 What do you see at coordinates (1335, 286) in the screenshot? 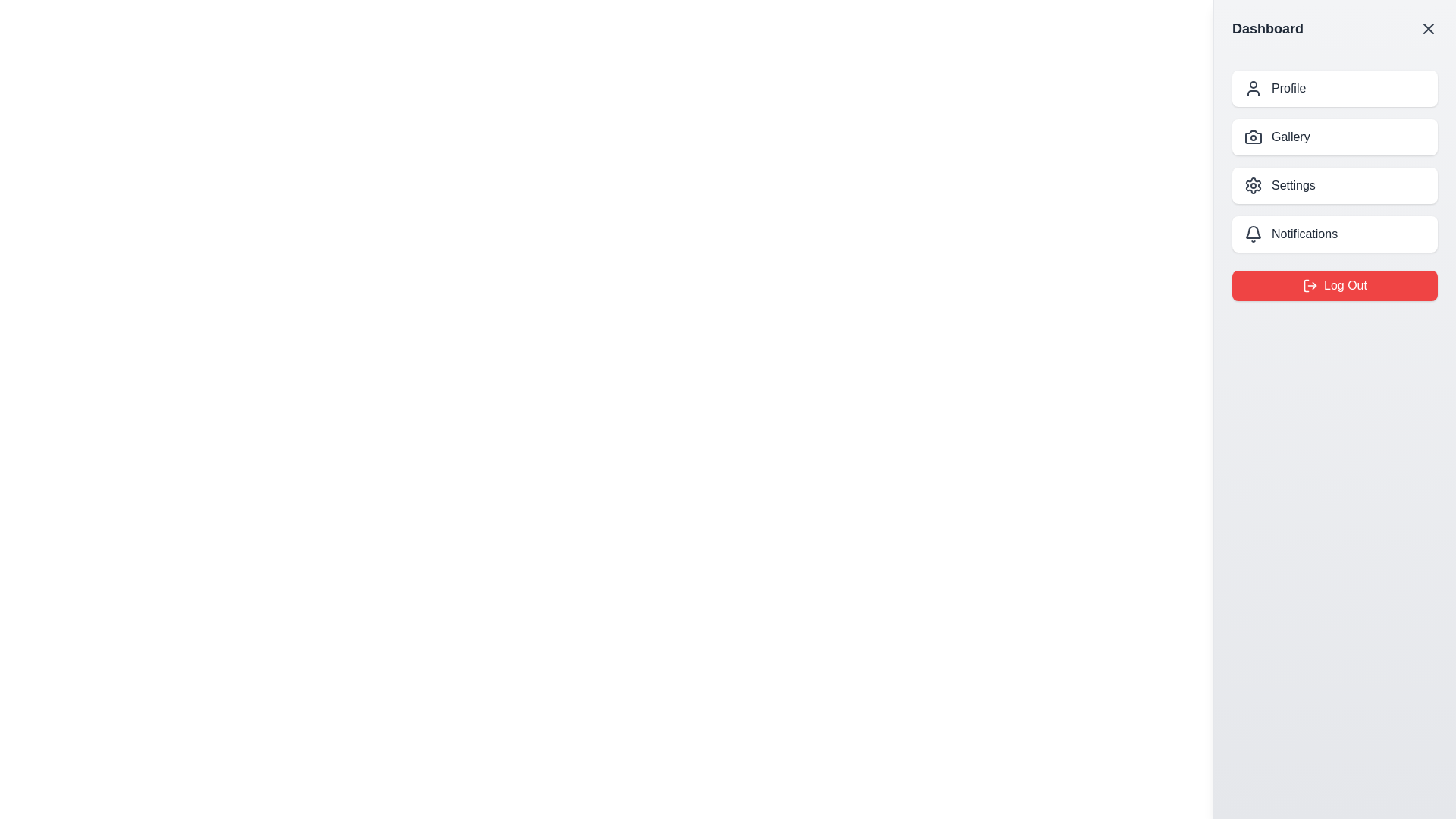
I see `the 'Log Out' button located at the bottom of the right side panel to log out of the current session` at bounding box center [1335, 286].